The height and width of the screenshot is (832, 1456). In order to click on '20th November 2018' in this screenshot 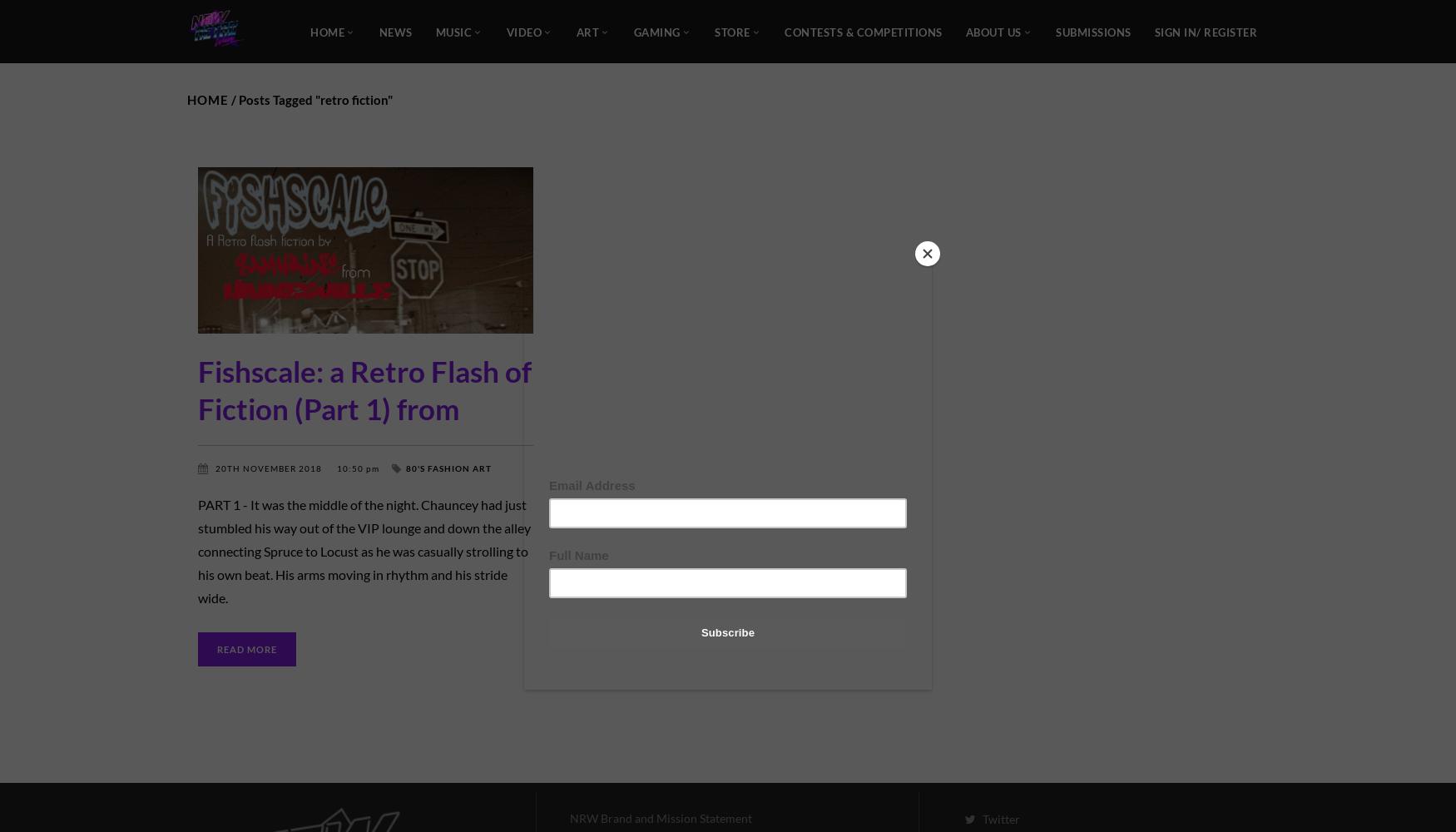, I will do `click(270, 468)`.